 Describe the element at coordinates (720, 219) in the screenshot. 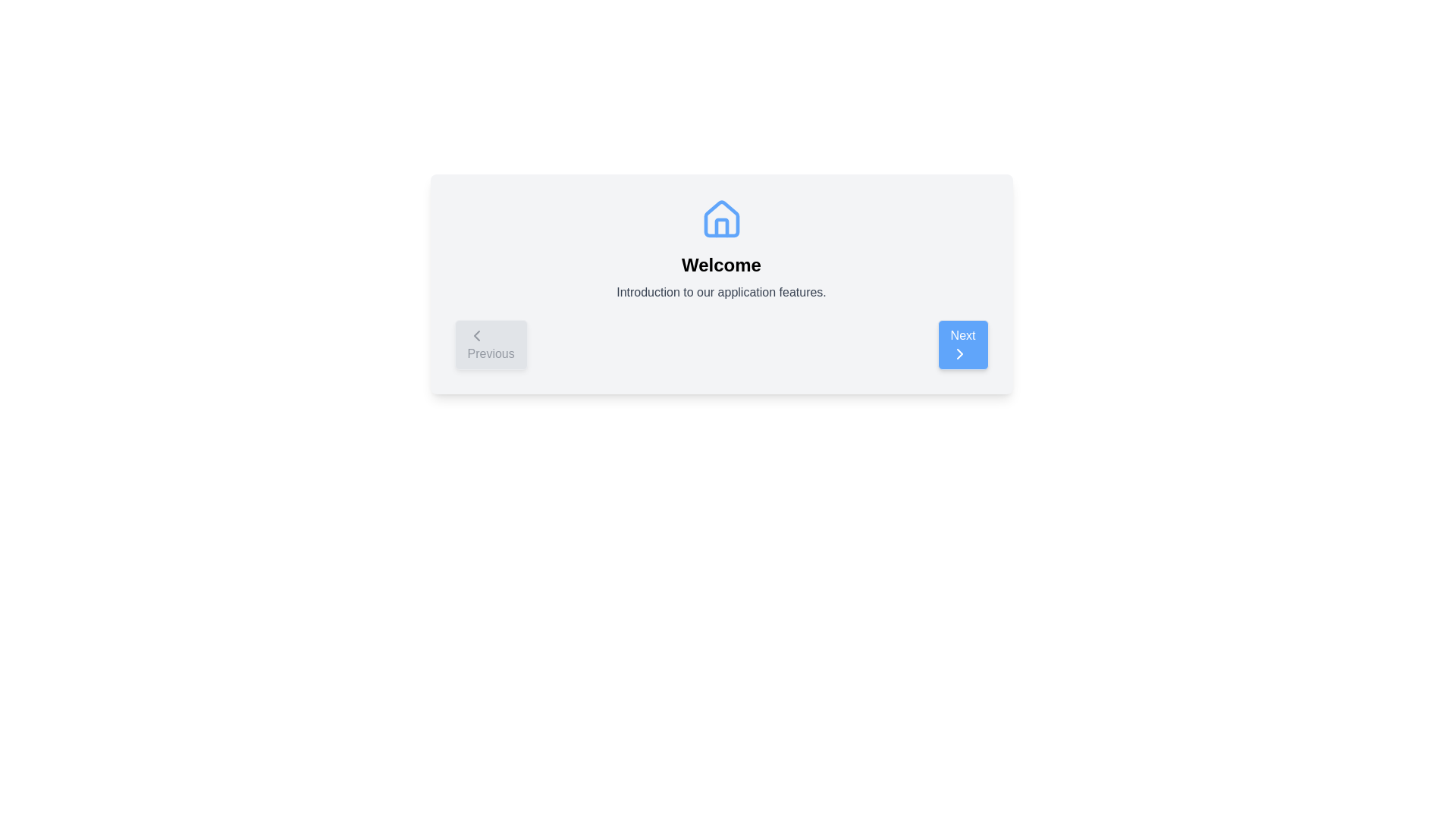

I see `the decorative icon that symbolizes the home or main page of the application, which is centrally positioned above the text 'Introduction to our application features.'` at that location.